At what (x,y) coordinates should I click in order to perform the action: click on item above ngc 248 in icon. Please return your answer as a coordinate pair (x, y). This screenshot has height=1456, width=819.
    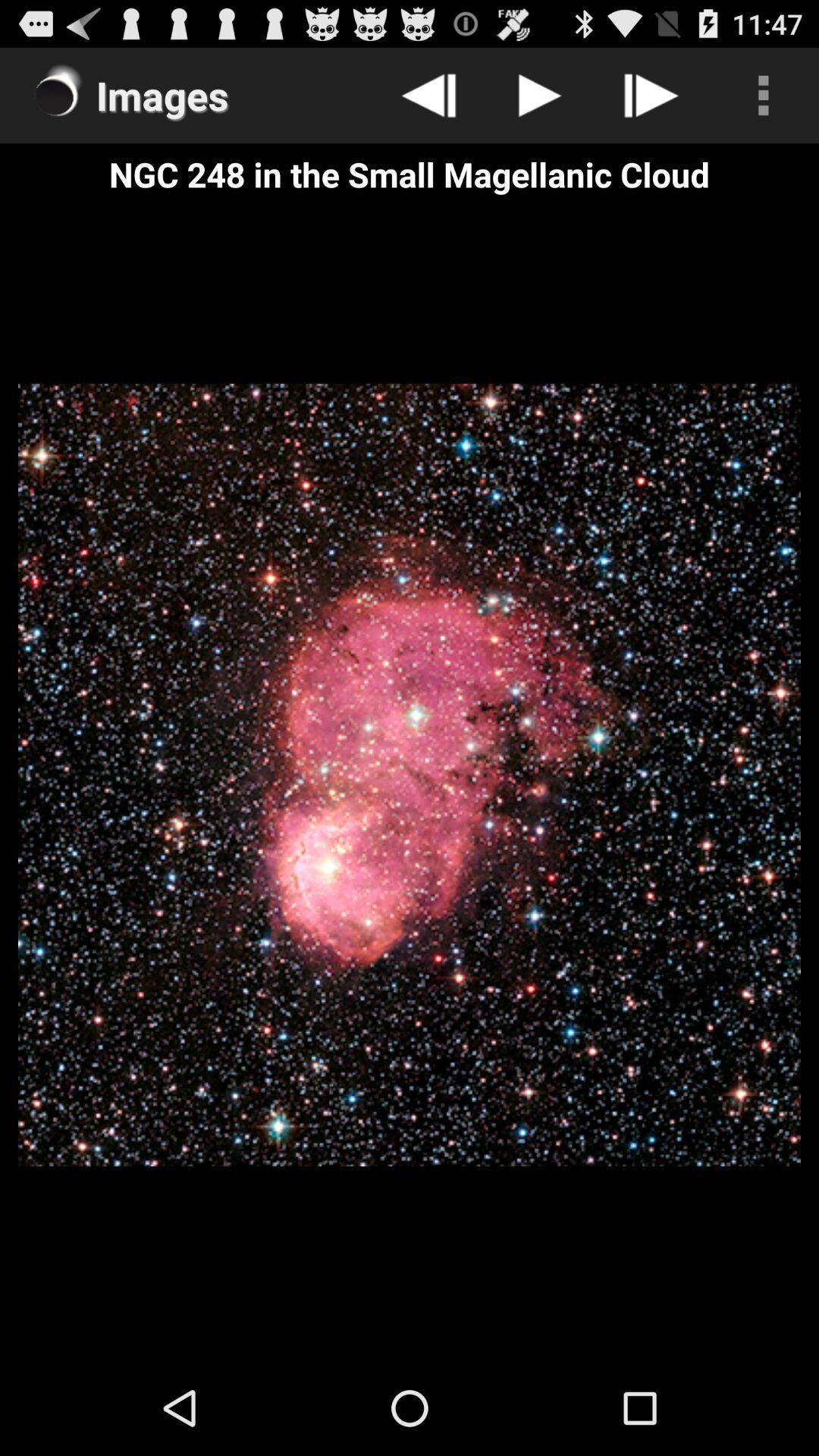
    Looking at the image, I should click on (539, 94).